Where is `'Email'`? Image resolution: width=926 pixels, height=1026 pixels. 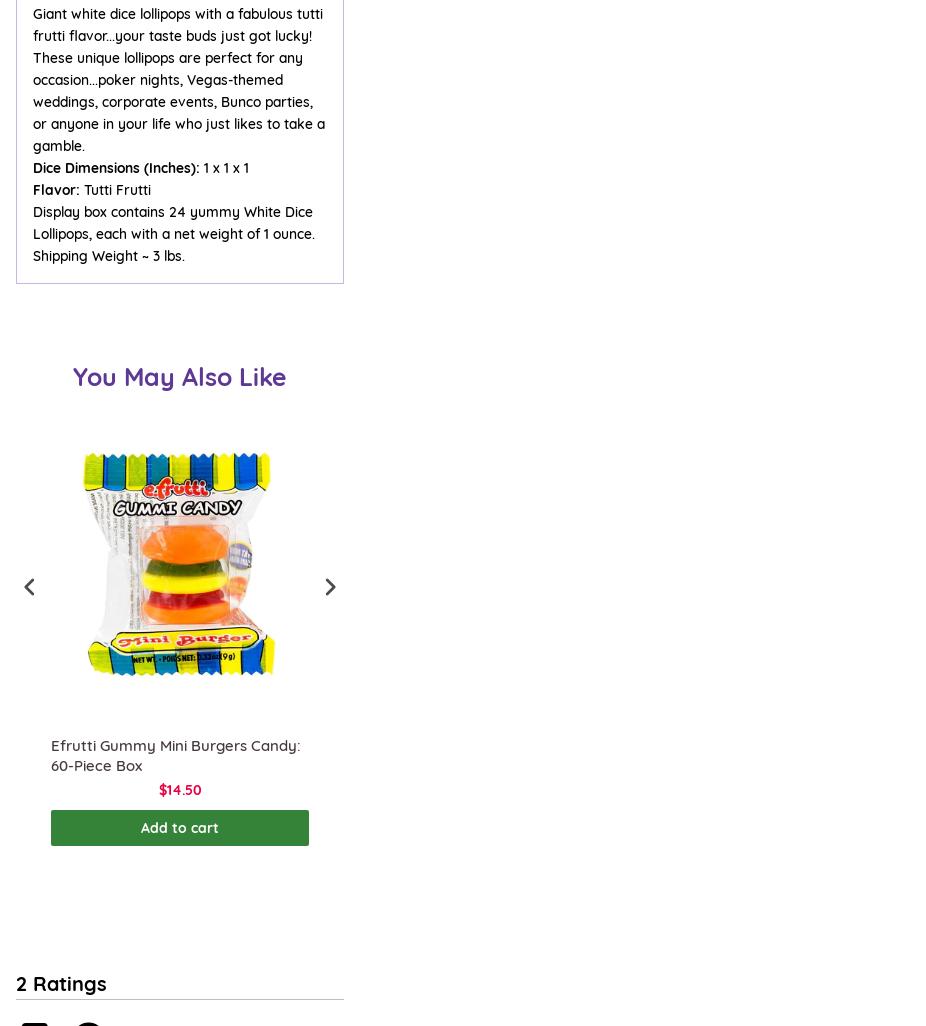
'Email' is located at coordinates (32, 998).